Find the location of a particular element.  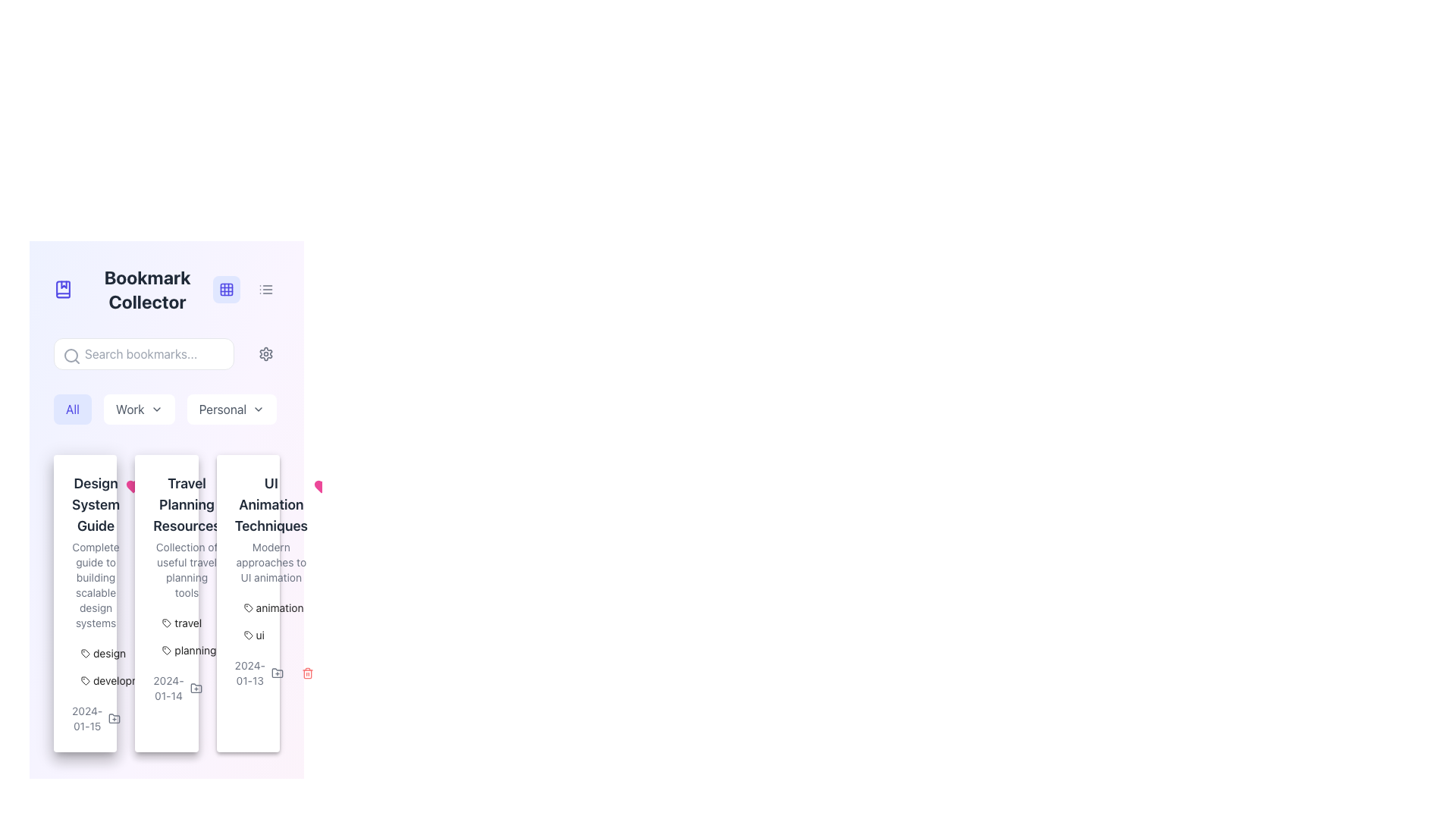

the static text displaying the date '2024-01-15' located at the bottom left corner of the card titled 'Design System Guide' is located at coordinates (86, 718).